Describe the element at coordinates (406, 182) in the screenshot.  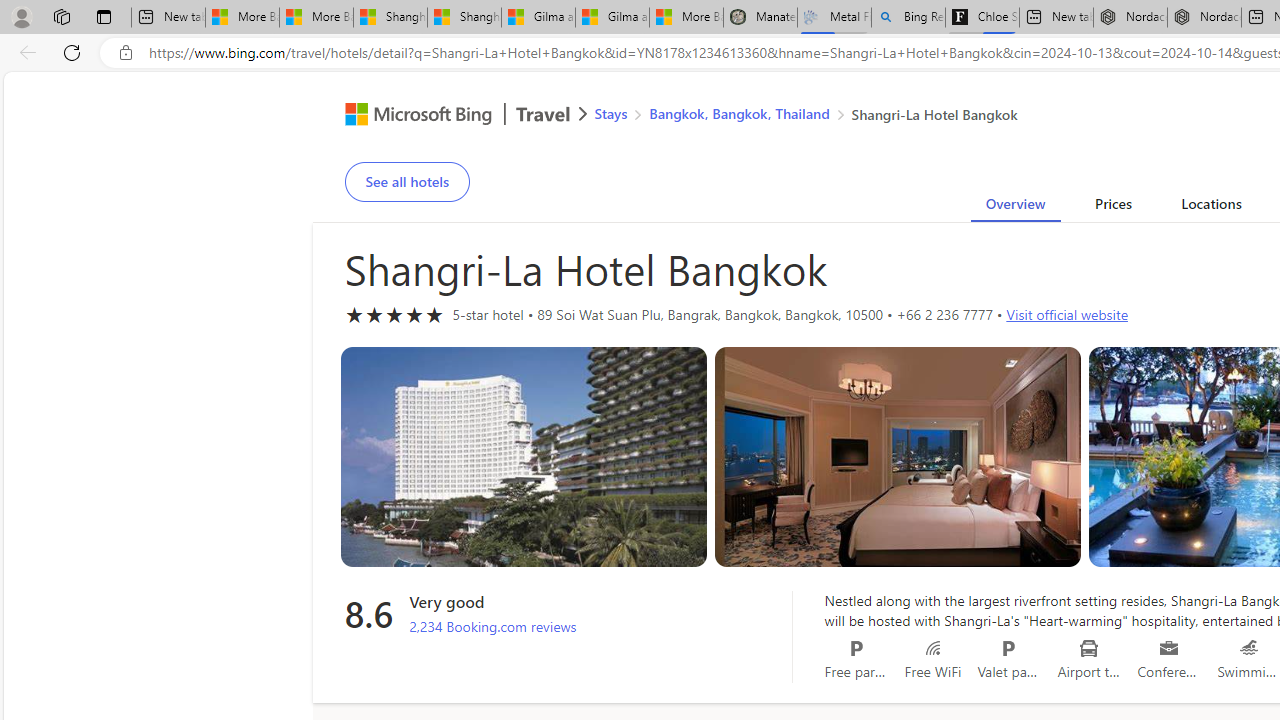
I see `'See all hotels'` at that location.